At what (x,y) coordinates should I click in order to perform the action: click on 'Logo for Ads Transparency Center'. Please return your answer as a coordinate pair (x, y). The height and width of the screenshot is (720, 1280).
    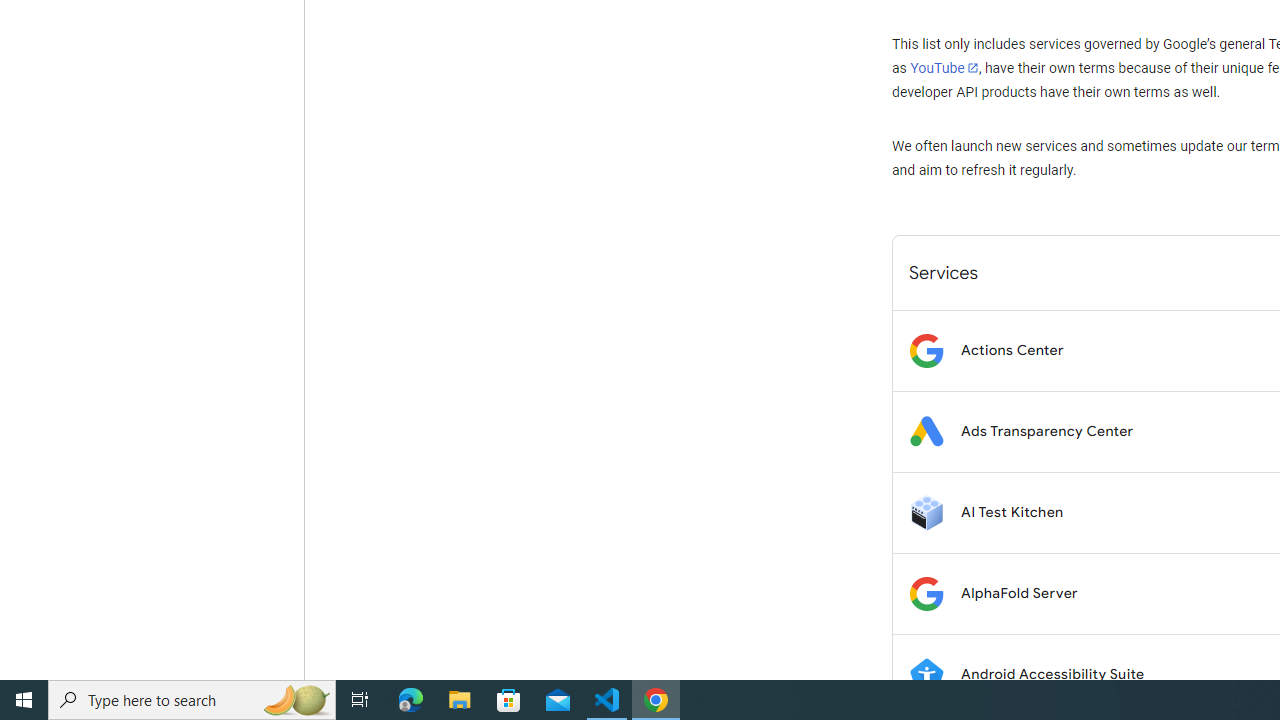
    Looking at the image, I should click on (925, 430).